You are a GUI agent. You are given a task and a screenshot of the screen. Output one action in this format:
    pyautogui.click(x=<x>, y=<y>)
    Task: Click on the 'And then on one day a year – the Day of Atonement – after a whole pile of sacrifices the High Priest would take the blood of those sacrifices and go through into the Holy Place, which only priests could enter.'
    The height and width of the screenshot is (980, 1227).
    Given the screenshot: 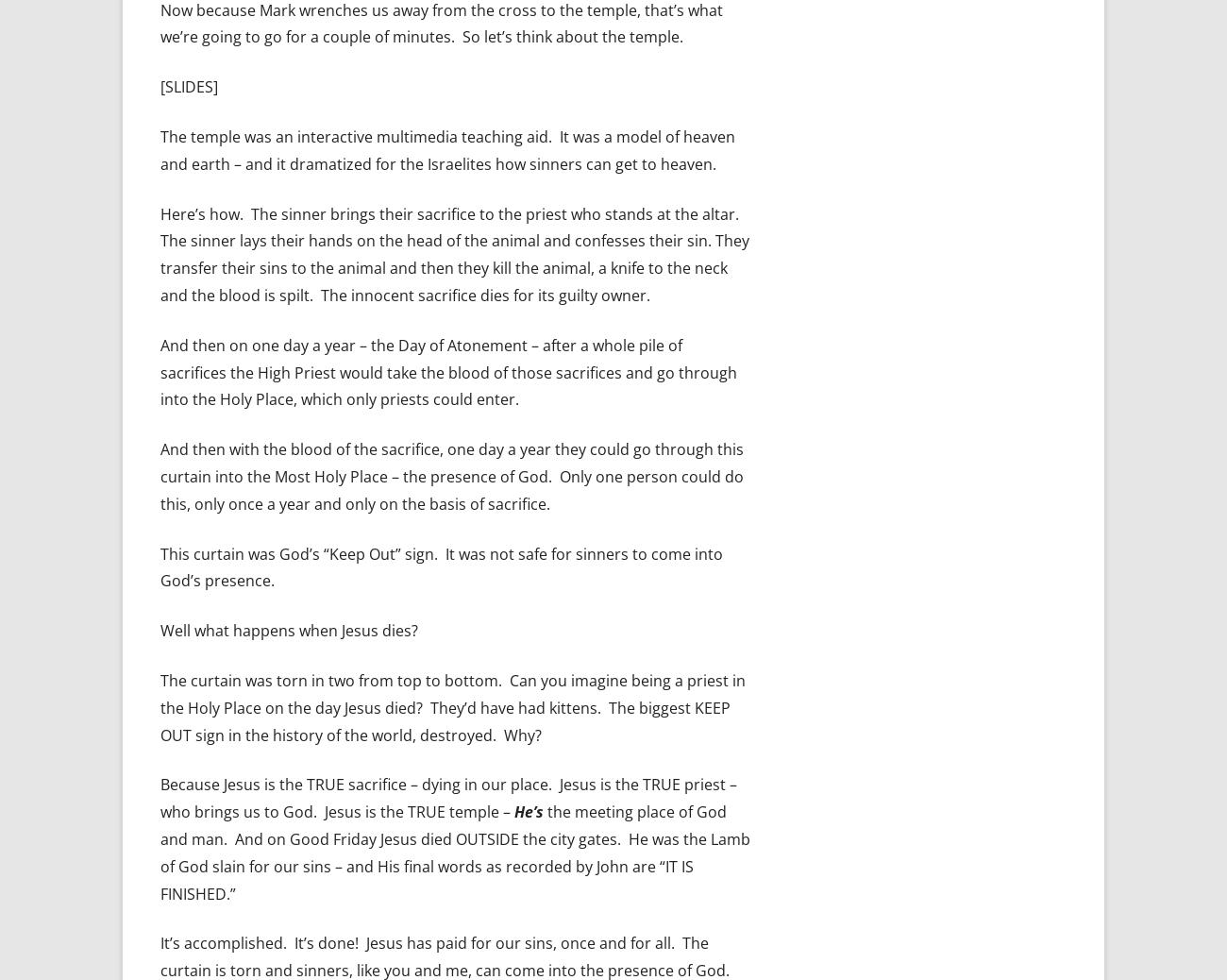 What is the action you would take?
    pyautogui.click(x=447, y=372)
    